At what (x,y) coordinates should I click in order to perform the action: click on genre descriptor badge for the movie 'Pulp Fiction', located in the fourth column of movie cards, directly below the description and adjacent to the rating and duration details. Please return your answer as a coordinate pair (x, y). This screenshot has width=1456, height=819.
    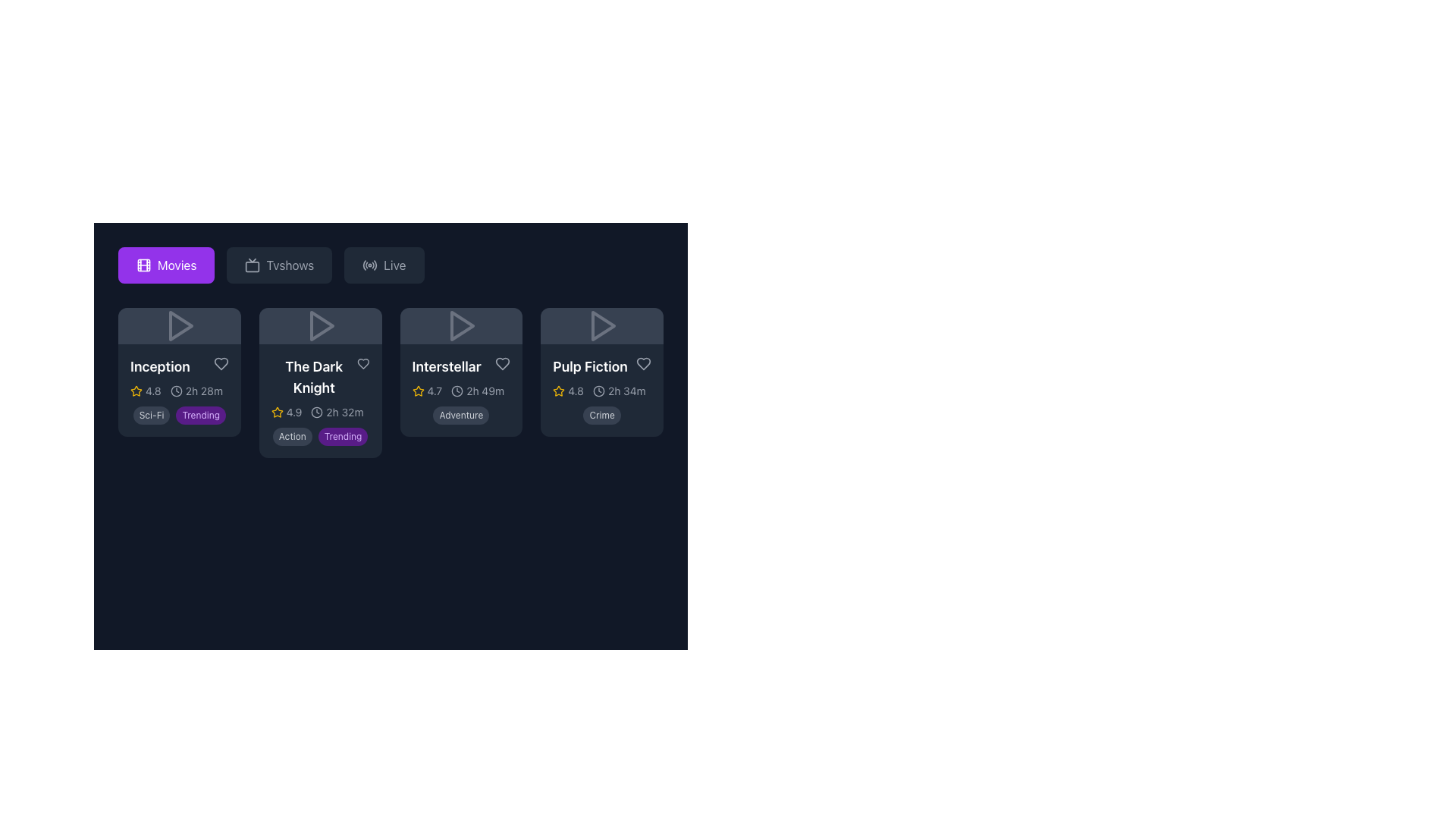
    Looking at the image, I should click on (601, 415).